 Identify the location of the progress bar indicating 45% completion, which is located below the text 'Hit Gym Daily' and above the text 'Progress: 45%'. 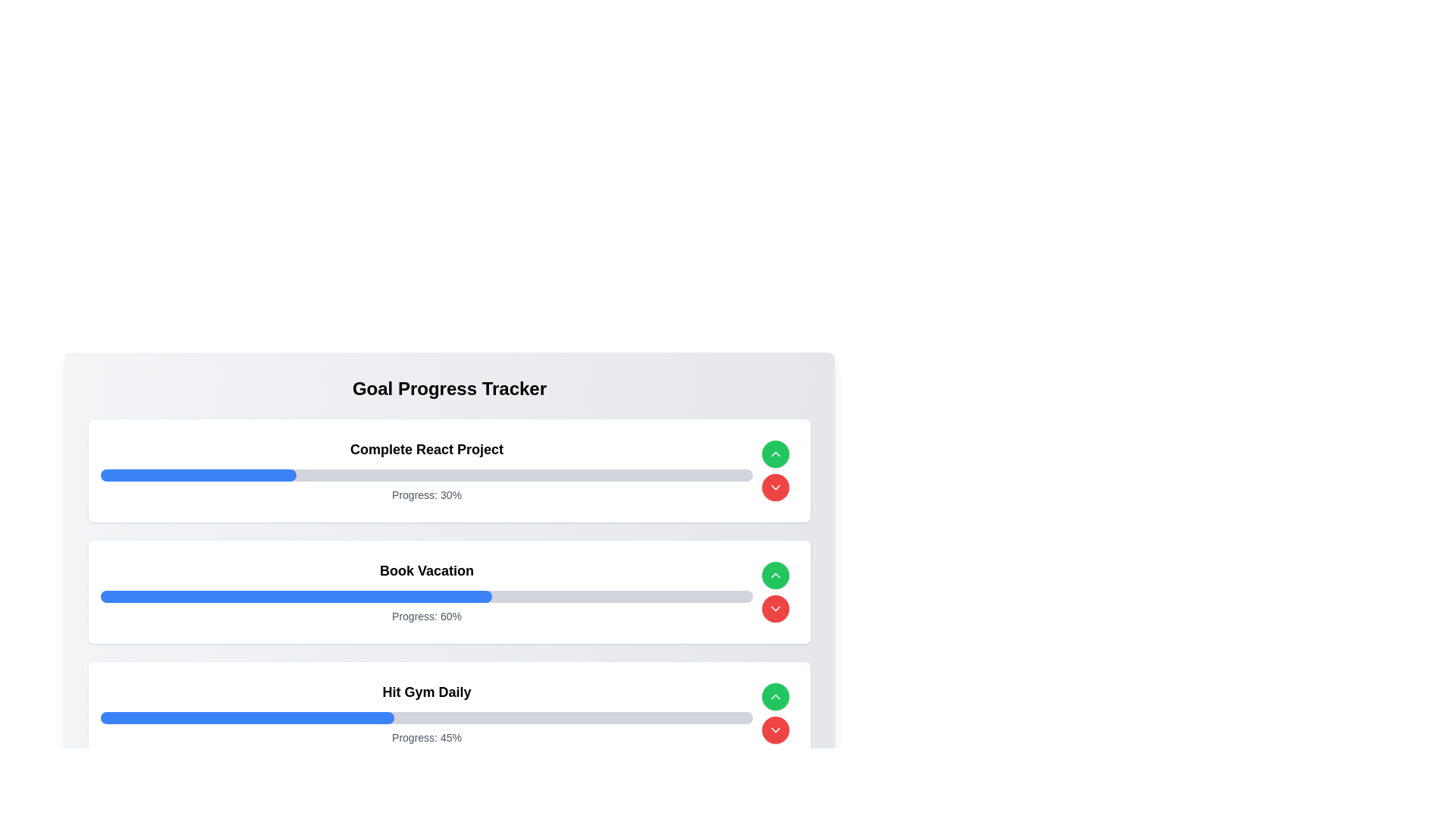
(425, 717).